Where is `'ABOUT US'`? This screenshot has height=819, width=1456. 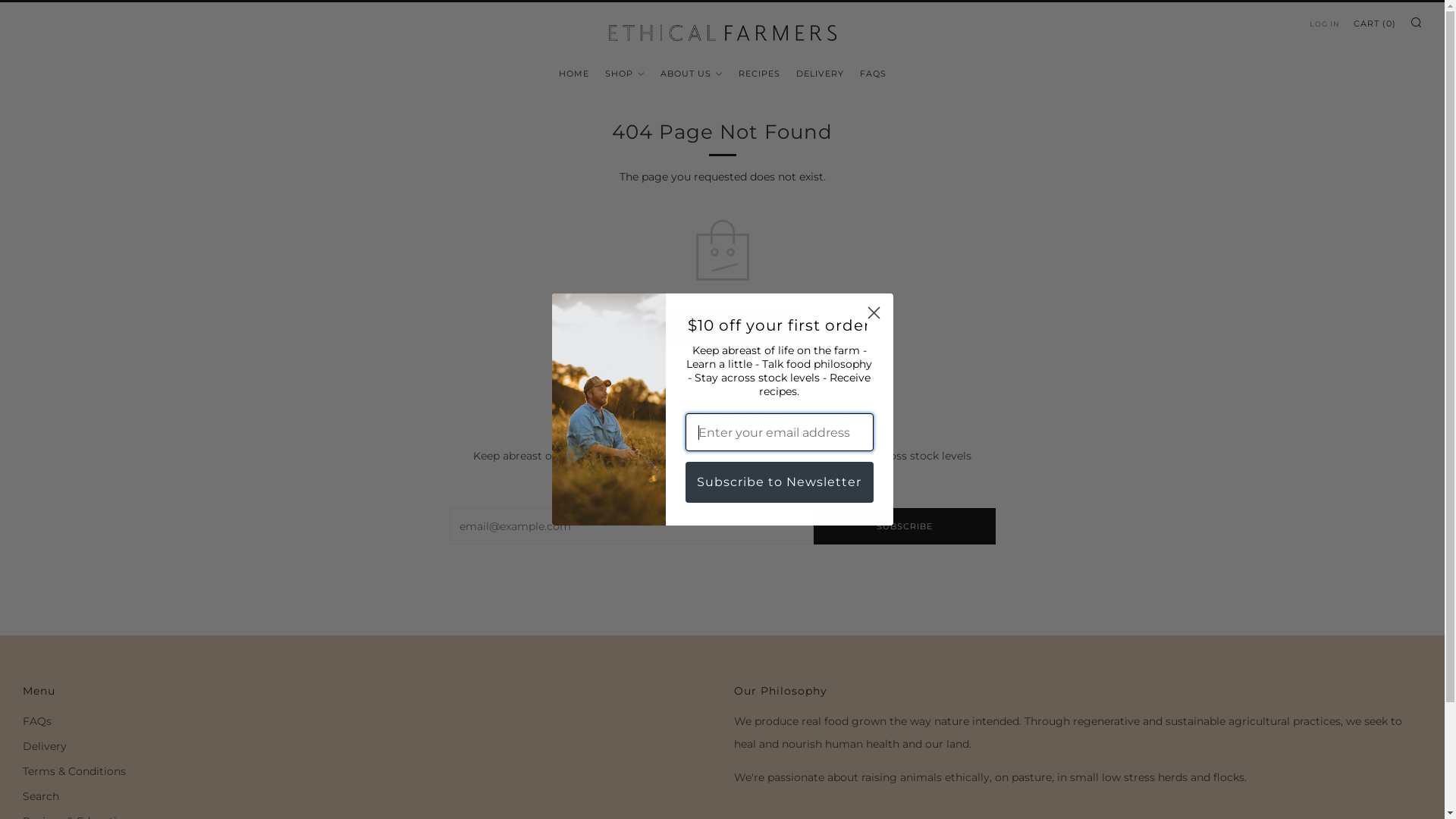
'ABOUT US' is located at coordinates (690, 73).